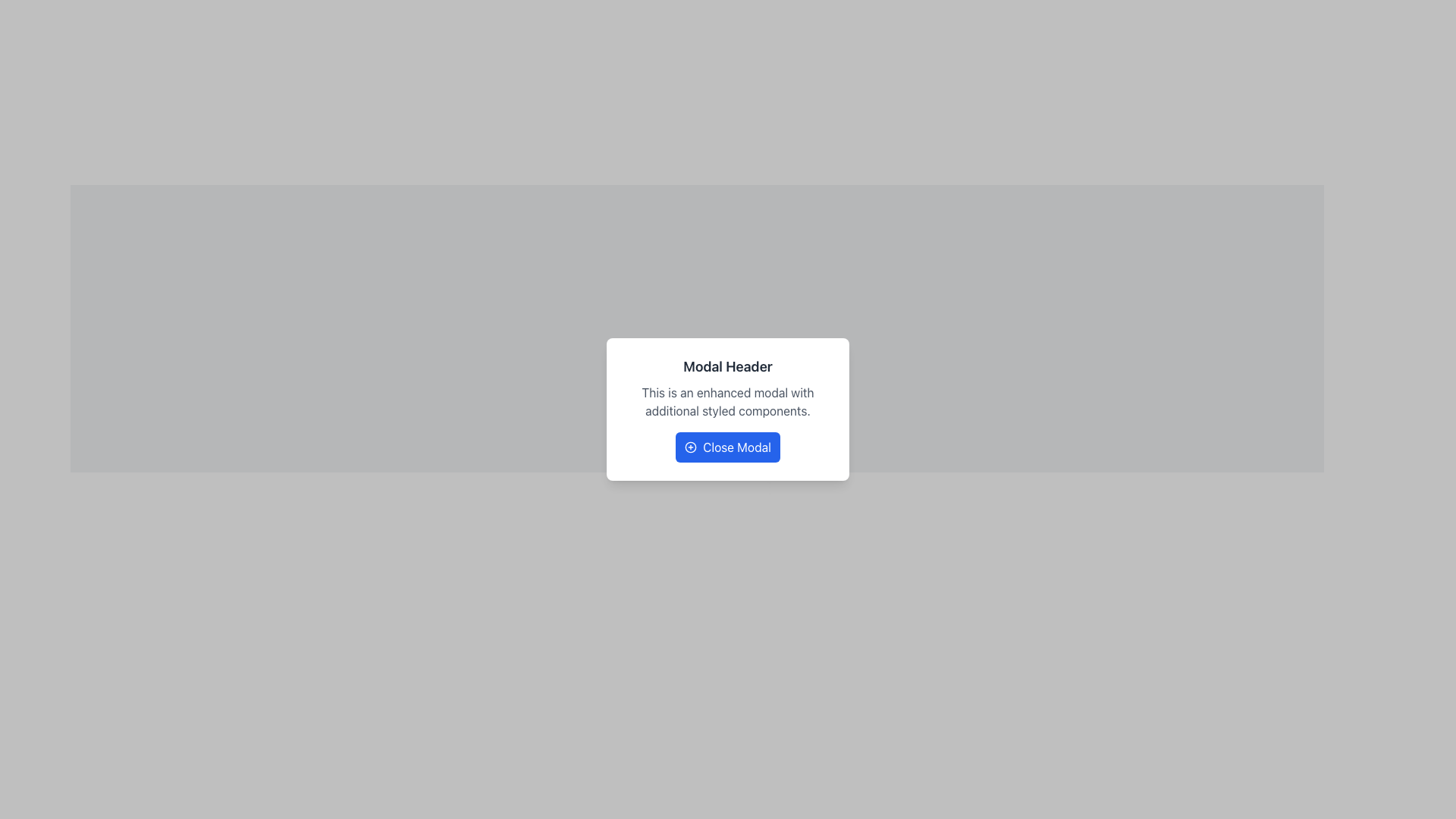 The width and height of the screenshot is (1456, 819). I want to click on the static text block that provides descriptive information within the modal, located below the heading 'Modal Header' and above the 'Close Modal' button, so click(728, 400).